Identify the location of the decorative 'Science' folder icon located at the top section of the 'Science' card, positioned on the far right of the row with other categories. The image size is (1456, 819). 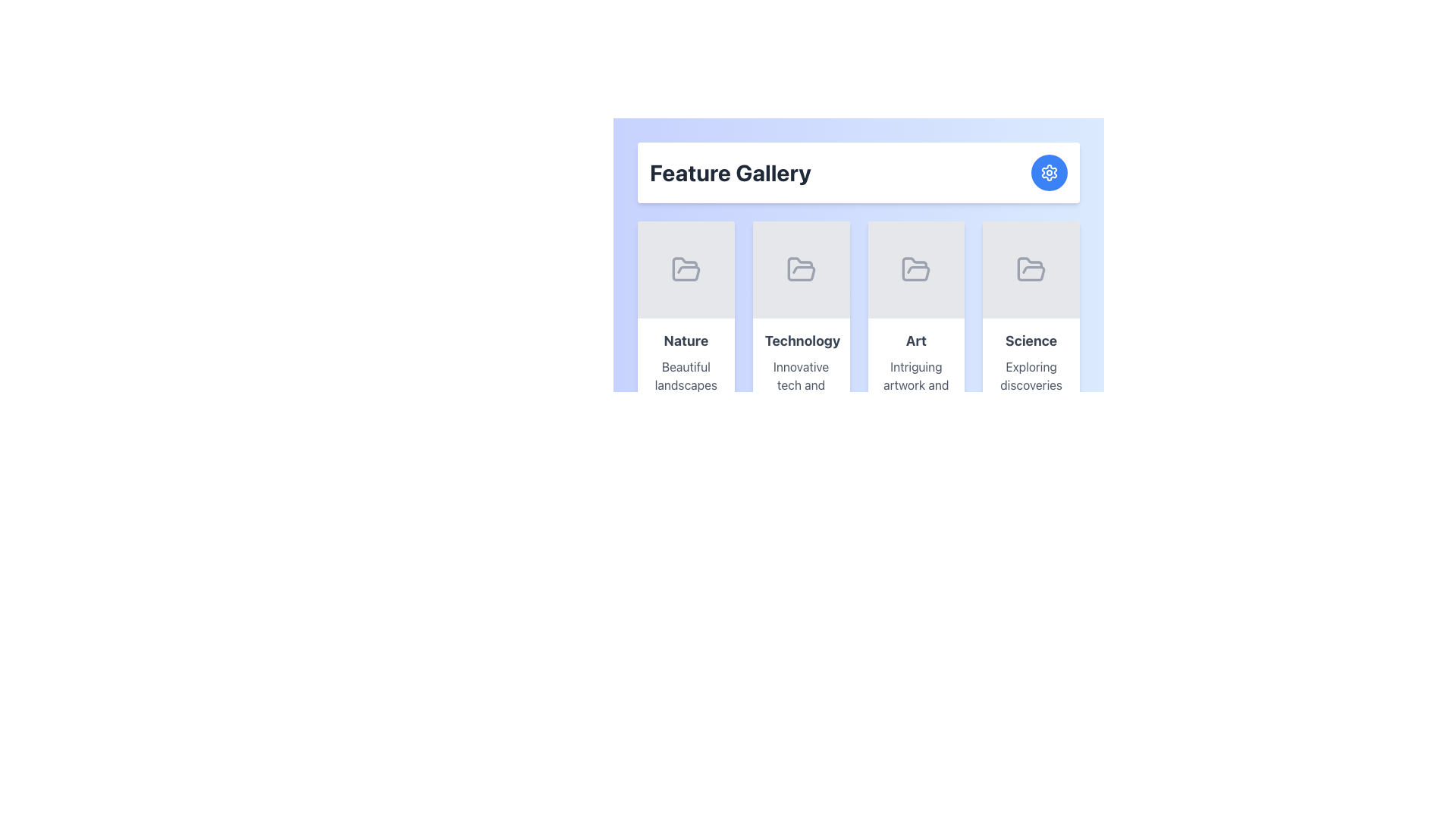
(1031, 268).